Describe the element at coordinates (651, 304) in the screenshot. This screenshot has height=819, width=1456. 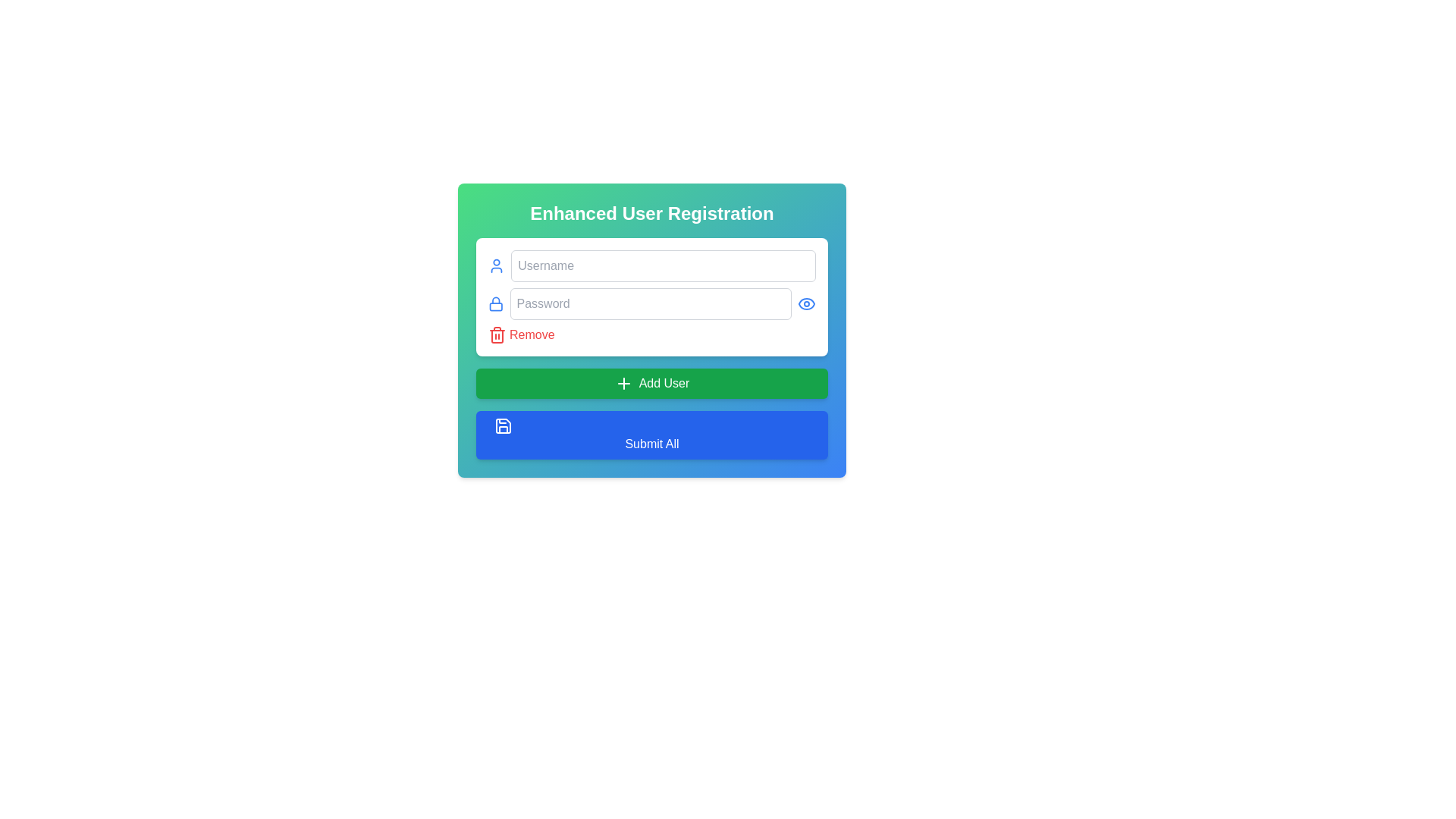
I see `the password input field, which is the second input field in the login interface, styled with rounded corners and bordered with a subtle gray border` at that location.